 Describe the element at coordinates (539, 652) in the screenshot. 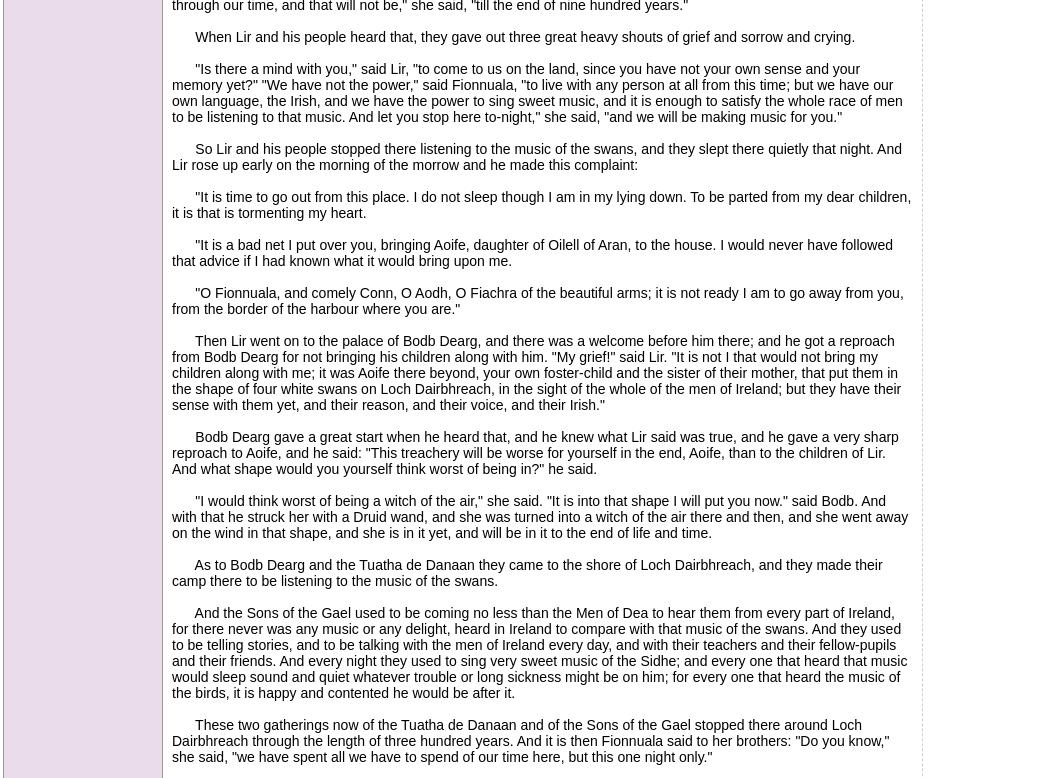

I see `'And the Sons of the Gael used to be coming no less than the Men of Dea to hear them from every part of Ireland, for there never was any music or any delight, heard in Ireland to compare with that music of the swans. And they used to be telling stories, and to be talking with the men of Ireland every day, and with their teachers and their fellow-pupils and their friends. And every night they used to sing very sweet music of the Sidhe; and every one that heard that music would sleep sound and quiet whatever trouble or long sickness might be on him; for every one that heard the music of the birds, it is happy and contented he would be after it.'` at that location.